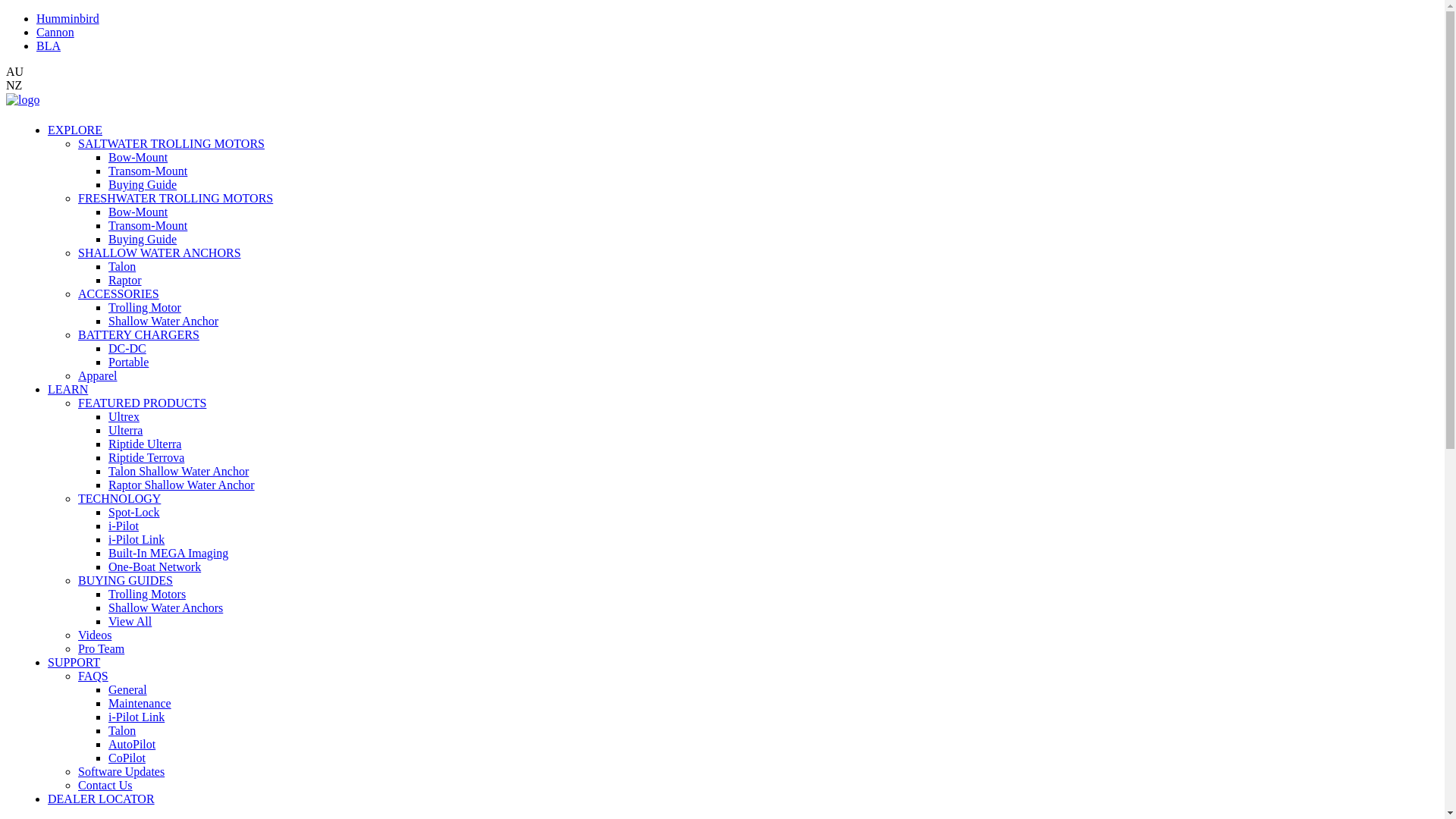 This screenshot has height=819, width=1456. I want to click on 'Maintenance', so click(108, 703).